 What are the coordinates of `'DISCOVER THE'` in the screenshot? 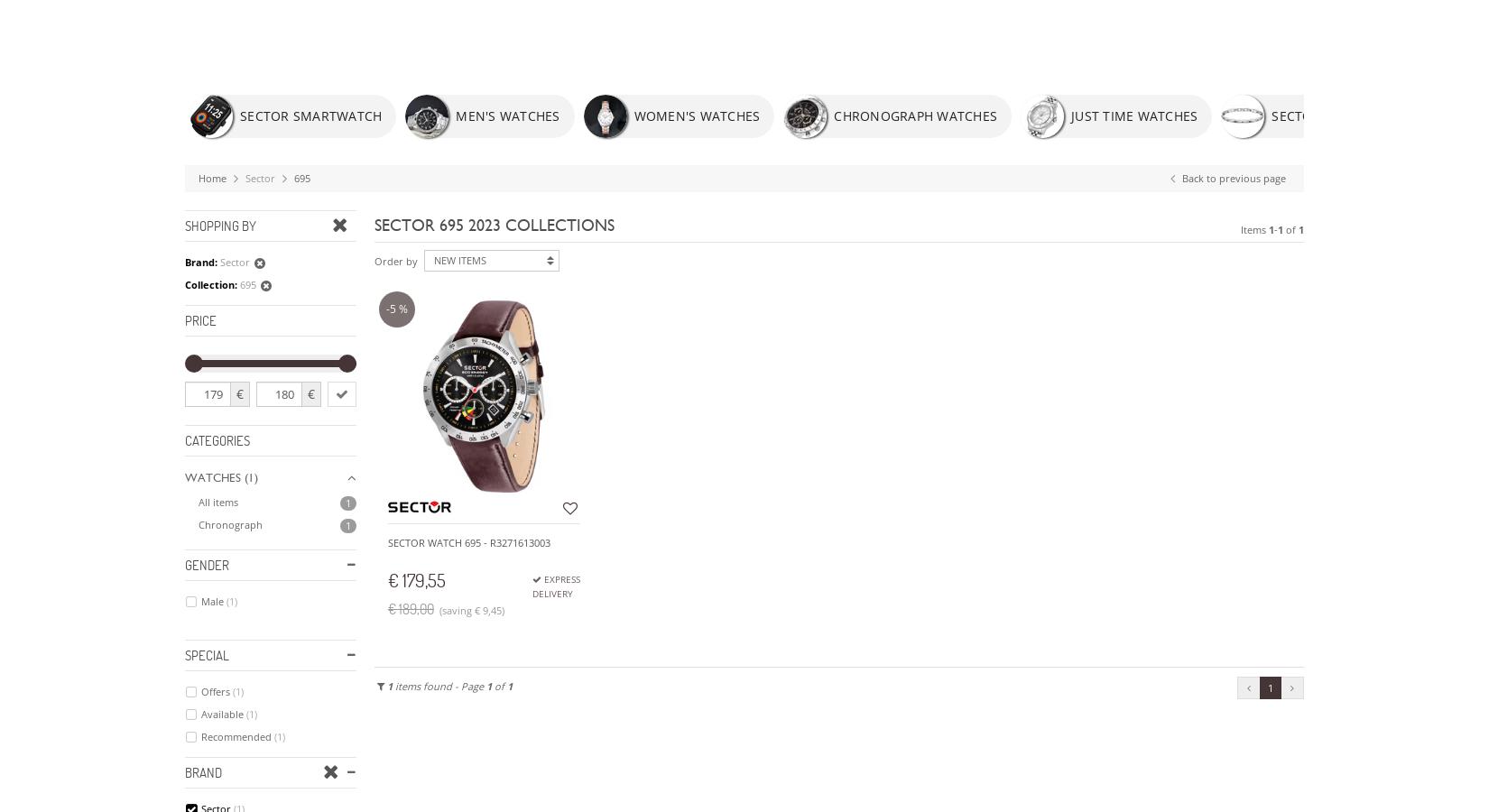 It's located at (270, 602).